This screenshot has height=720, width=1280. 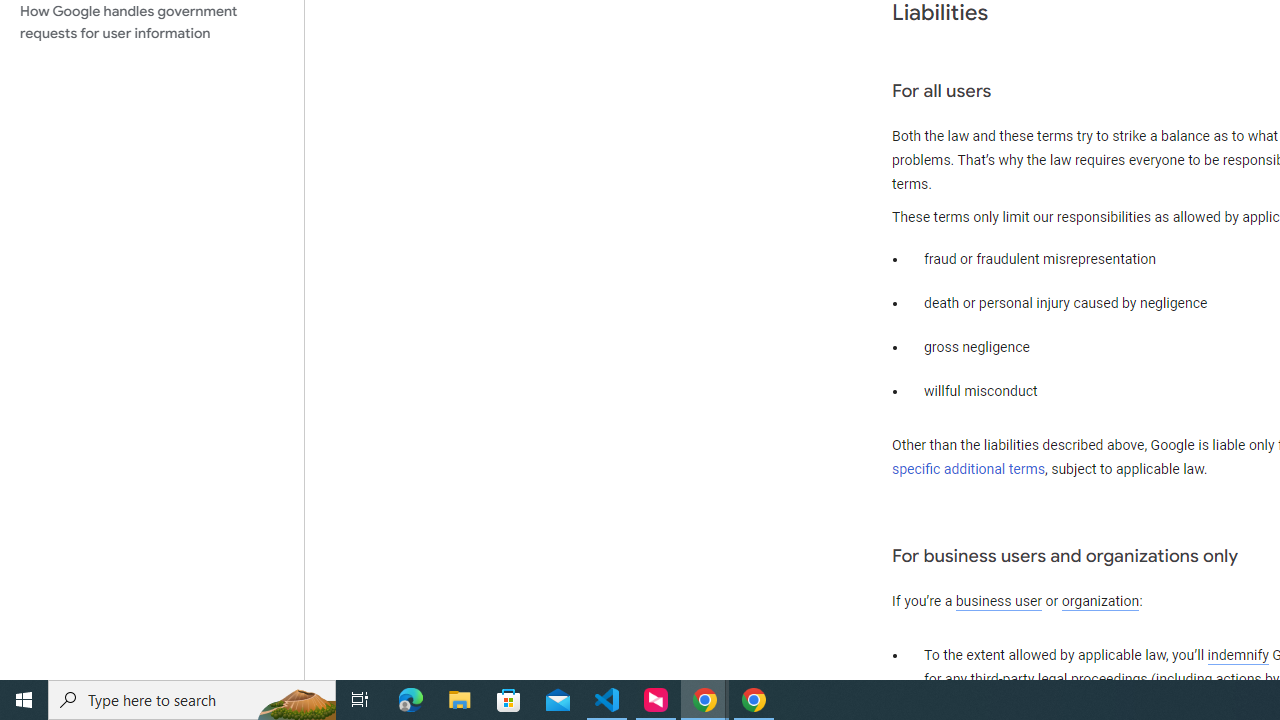 I want to click on 'business user', so click(x=999, y=601).